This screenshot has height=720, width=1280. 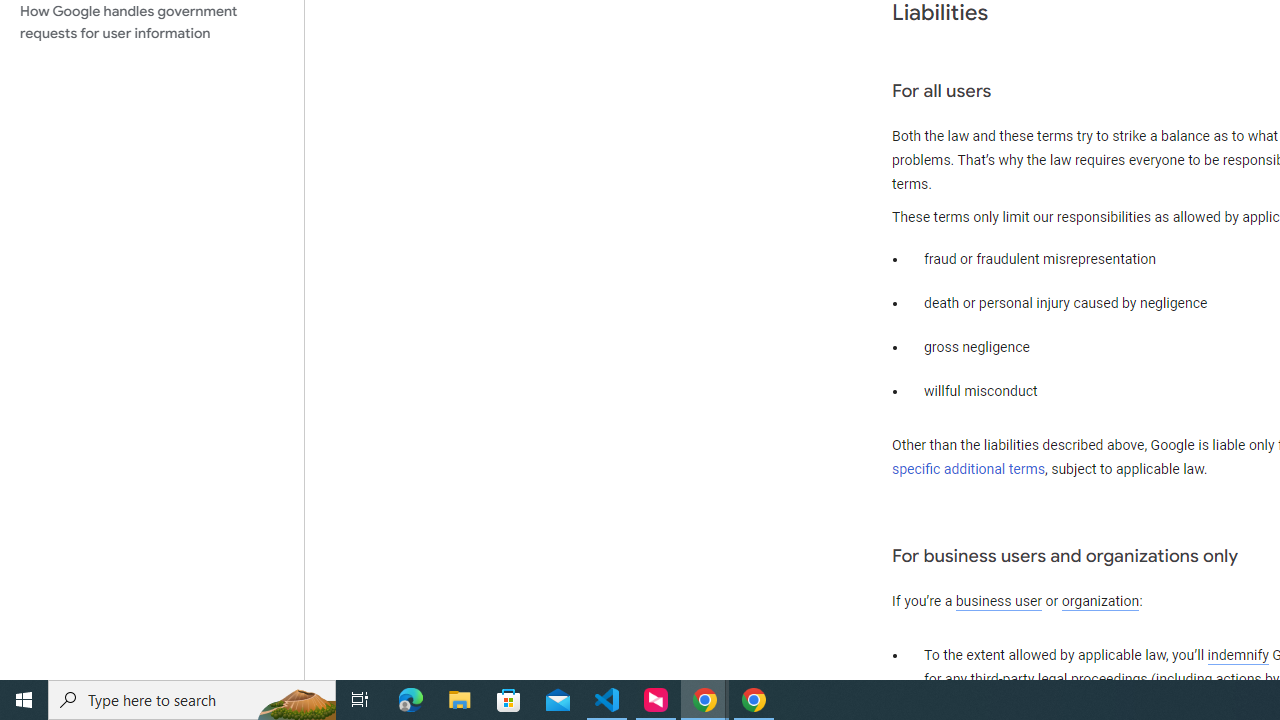 I want to click on 'business user', so click(x=999, y=601).